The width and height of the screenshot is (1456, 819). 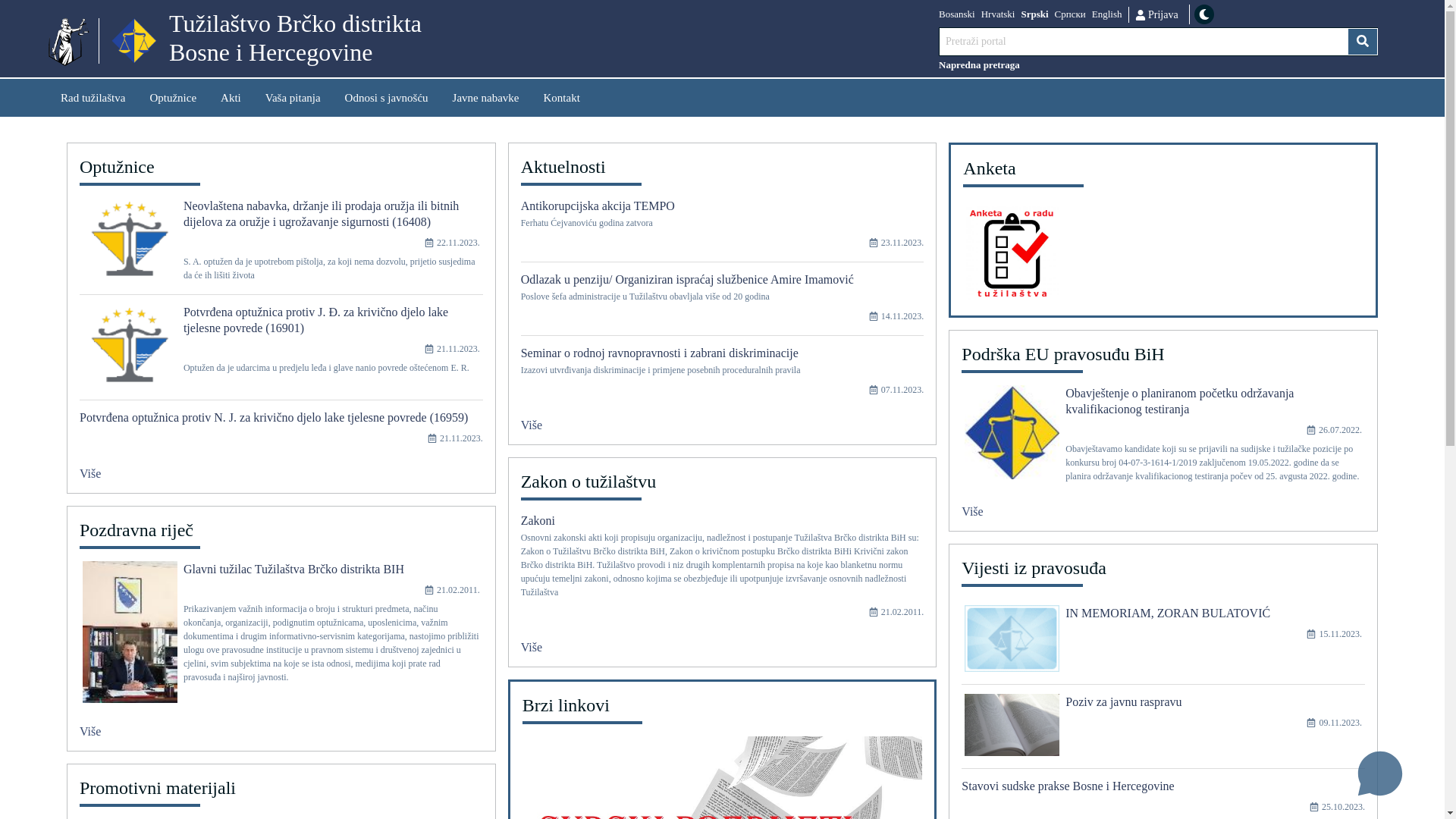 I want to click on 'Javne nabavke', so click(x=439, y=97).